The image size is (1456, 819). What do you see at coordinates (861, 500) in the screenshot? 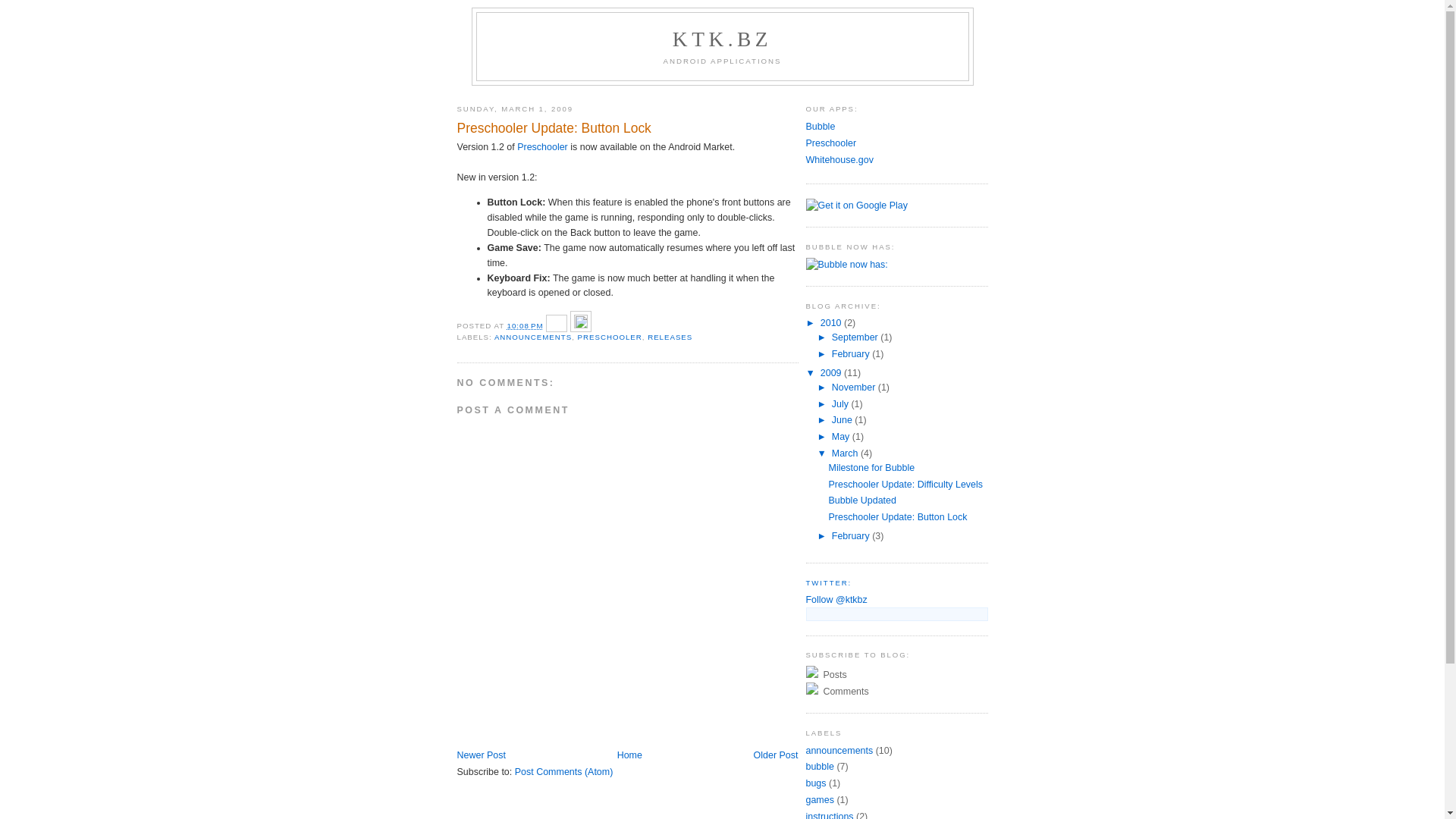
I see `'Bubble Updated'` at bounding box center [861, 500].